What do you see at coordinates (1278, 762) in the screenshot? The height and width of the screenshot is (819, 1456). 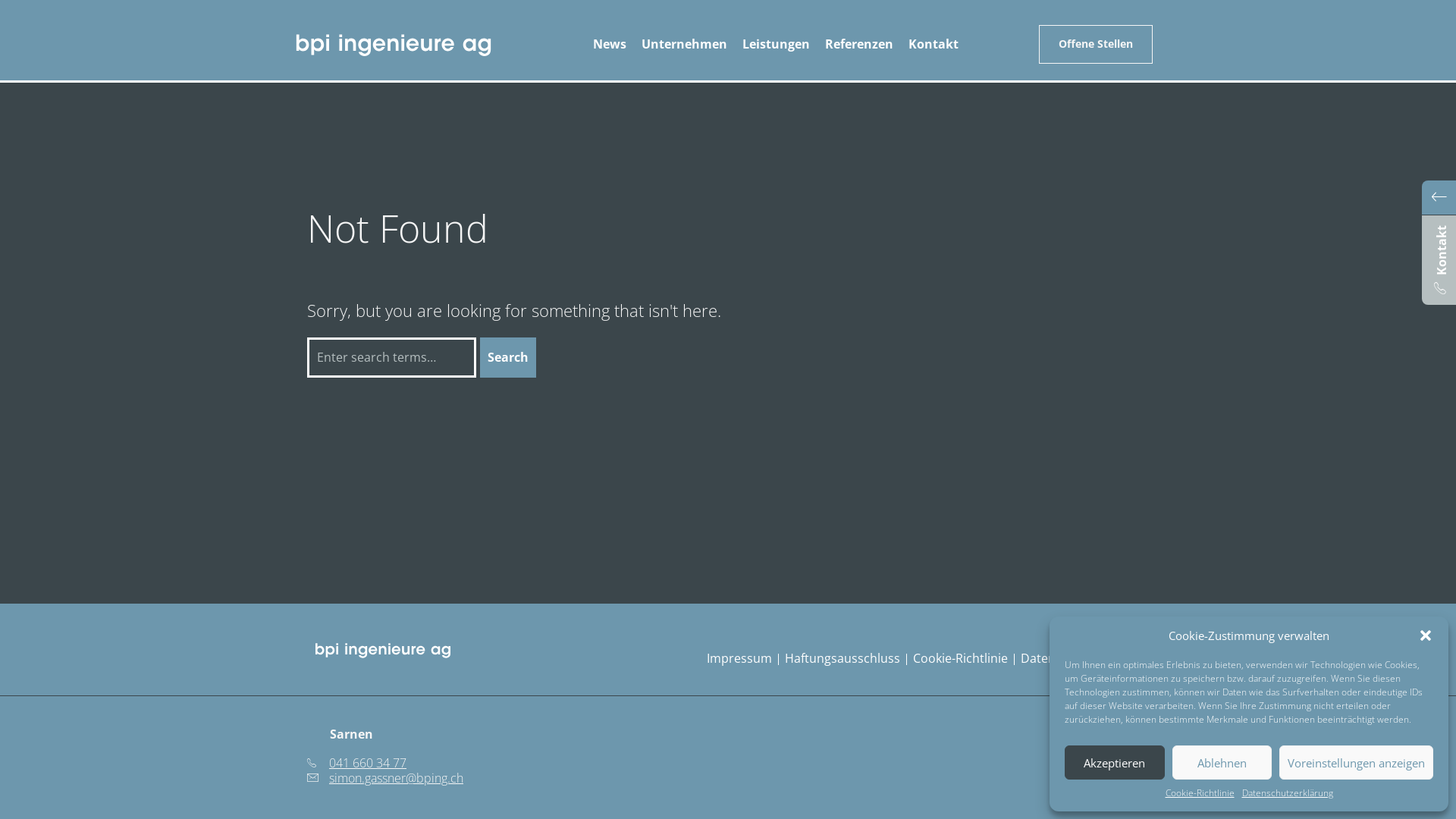 I see `'Voreinstellungen anzeigen'` at bounding box center [1278, 762].